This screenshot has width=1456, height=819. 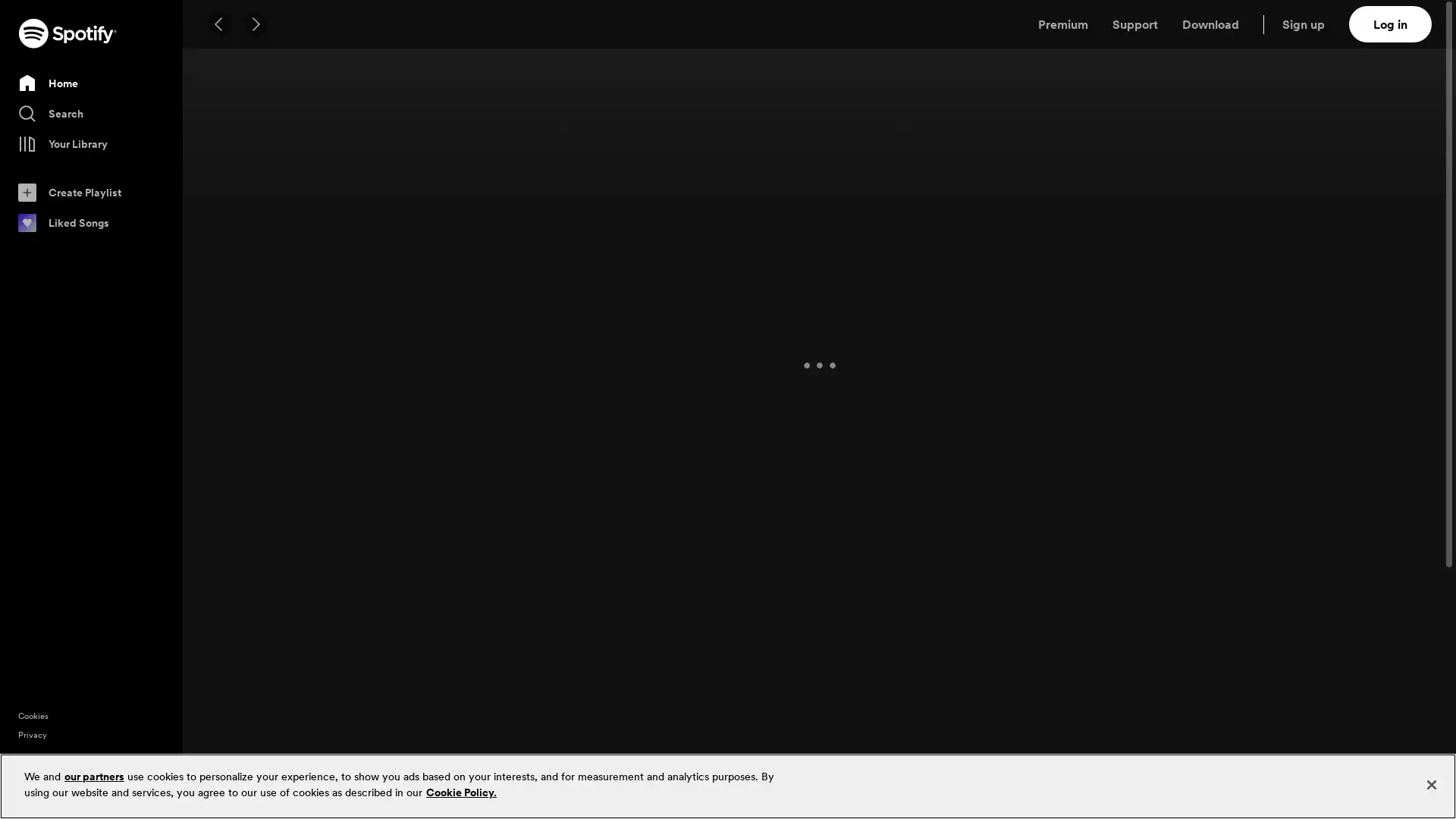 I want to click on Play Feelin' Myself, so click(x=461, y=762).